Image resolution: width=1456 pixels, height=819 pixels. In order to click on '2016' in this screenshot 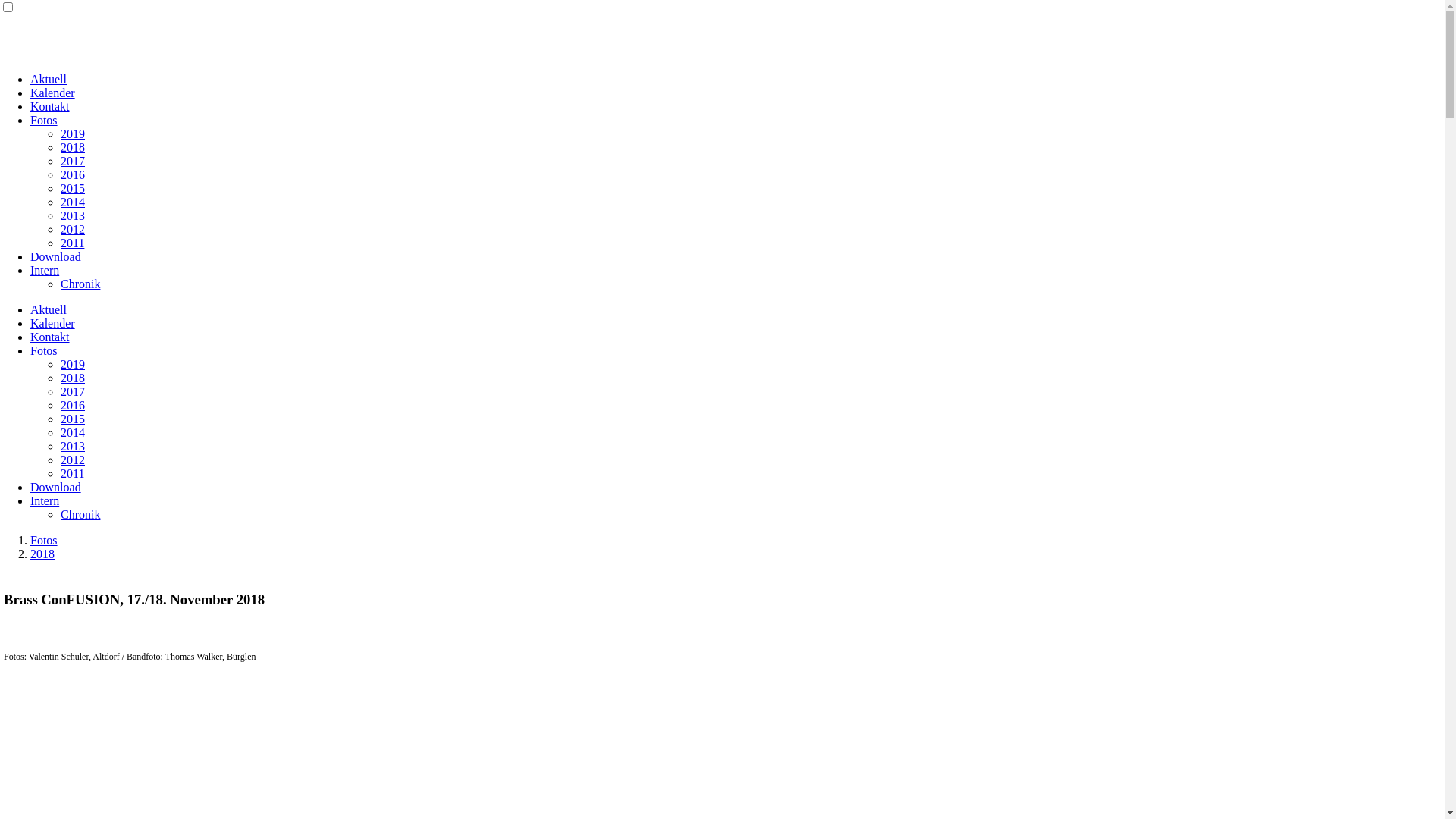, I will do `click(72, 404)`.